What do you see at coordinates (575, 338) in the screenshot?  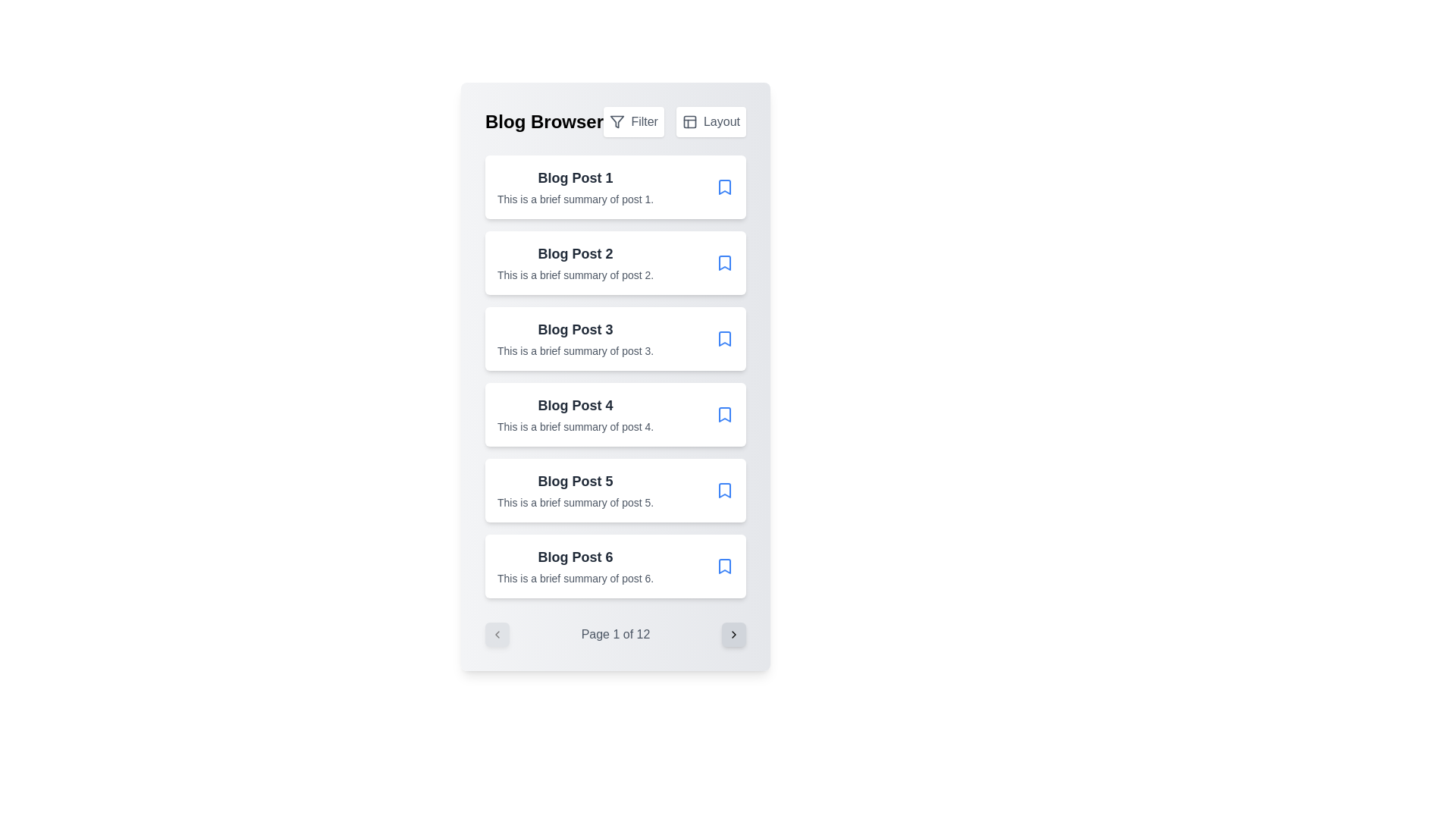 I see `the blog post card element, which is the third item in a vertically stacked list` at bounding box center [575, 338].